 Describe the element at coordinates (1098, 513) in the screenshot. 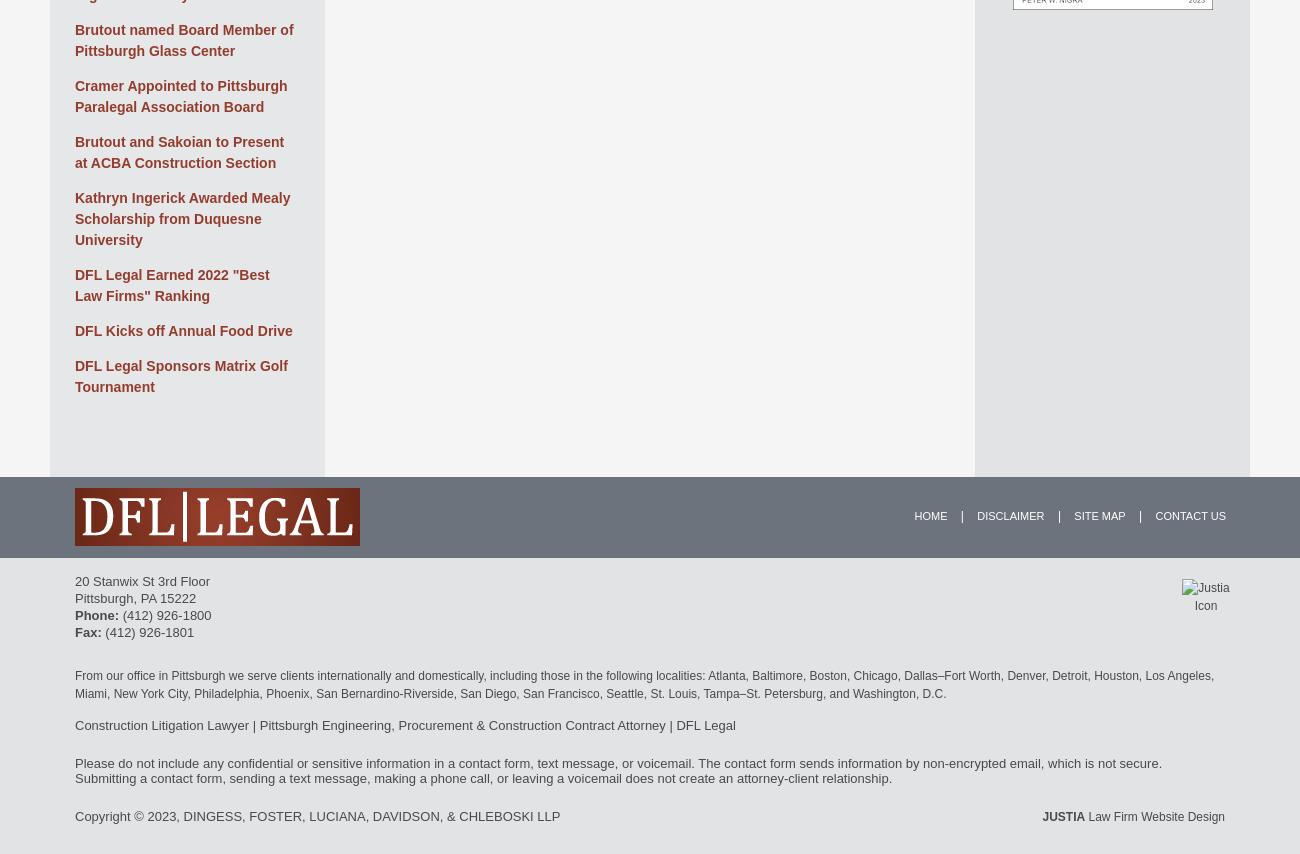

I see `'Site Map'` at that location.